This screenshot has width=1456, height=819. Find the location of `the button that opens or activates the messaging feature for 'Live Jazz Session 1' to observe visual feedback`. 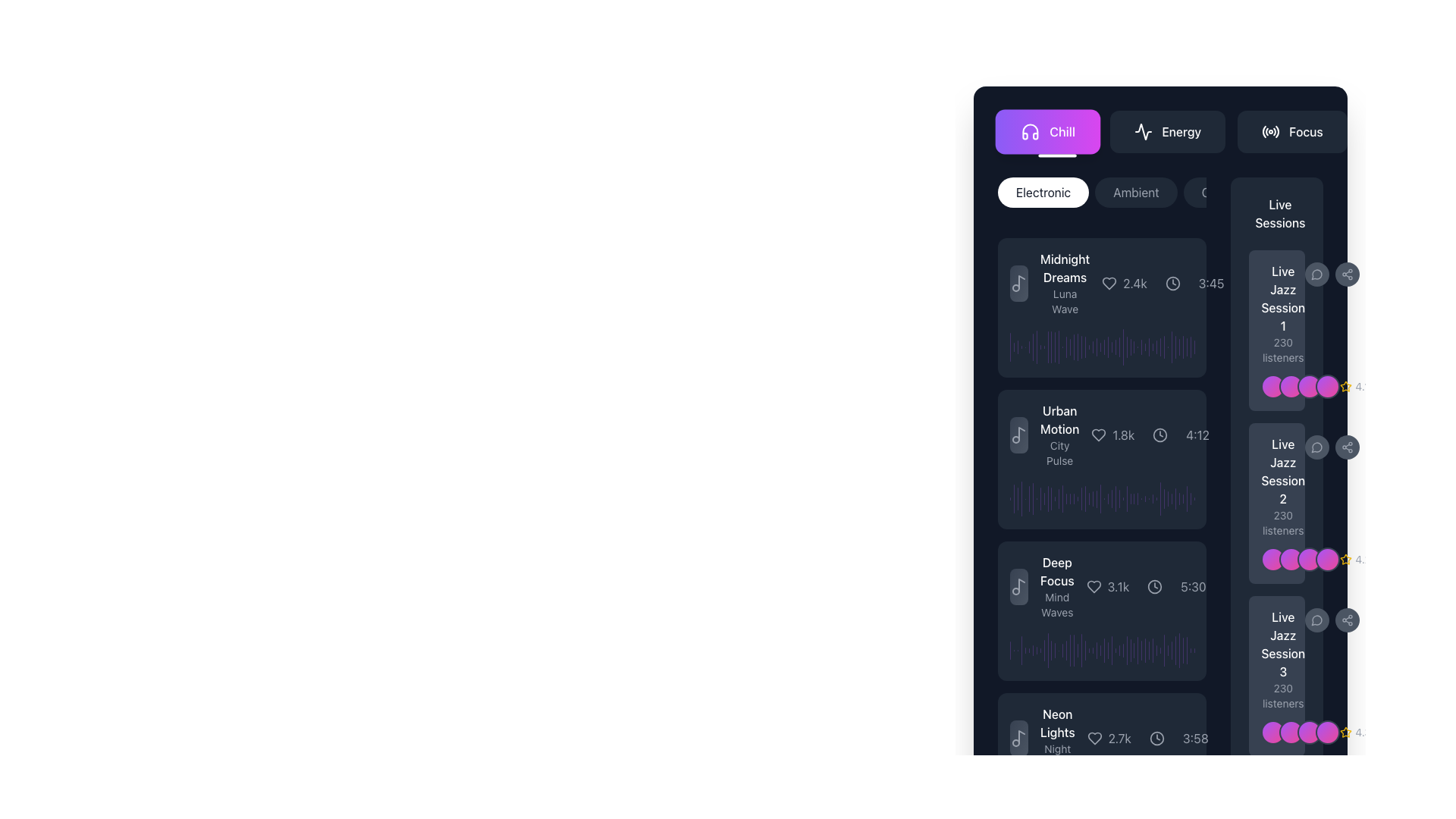

the button that opens or activates the messaging feature for 'Live Jazz Session 1' to observe visual feedback is located at coordinates (1316, 275).